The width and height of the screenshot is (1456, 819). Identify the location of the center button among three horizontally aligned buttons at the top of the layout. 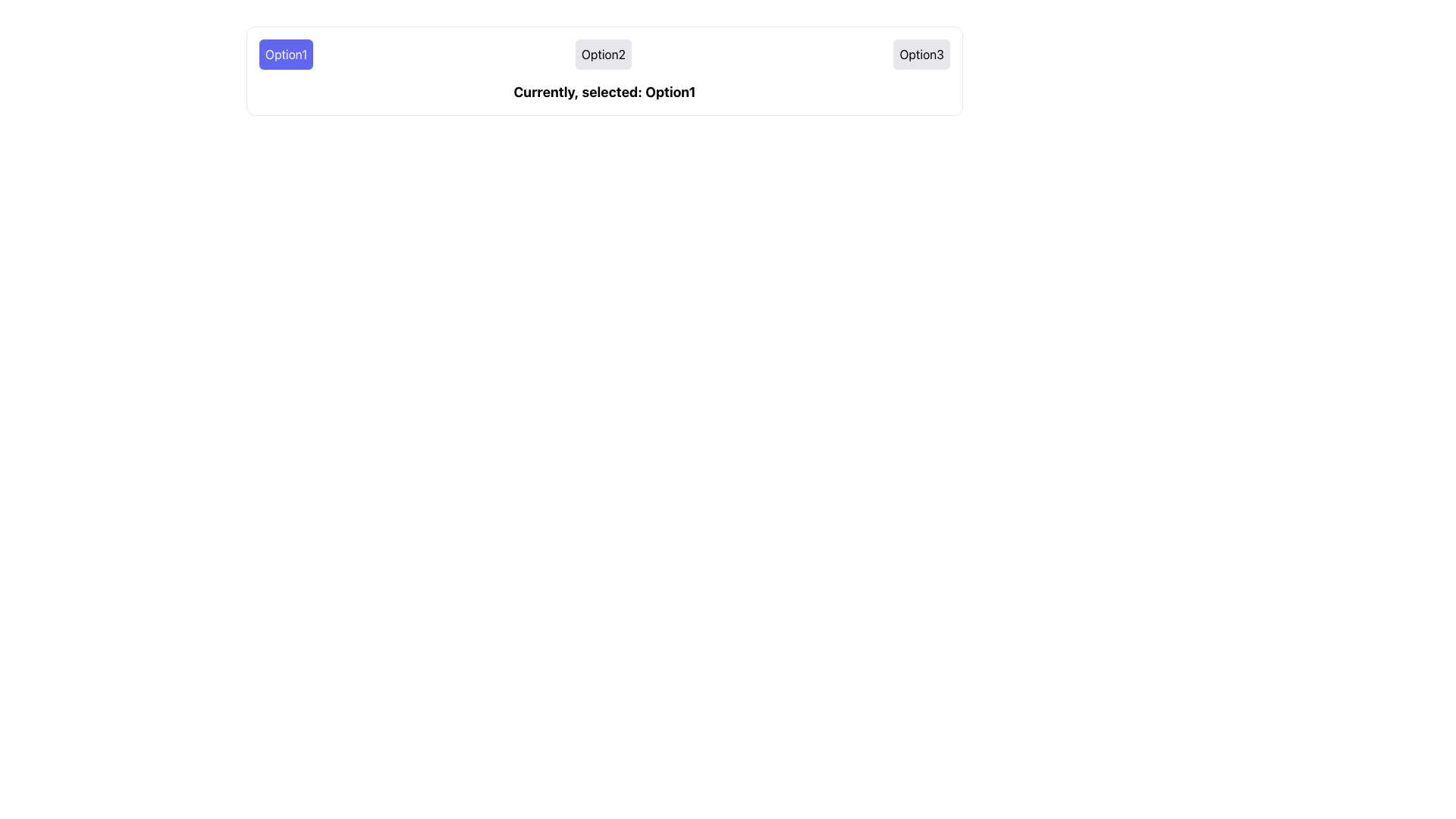
(602, 54).